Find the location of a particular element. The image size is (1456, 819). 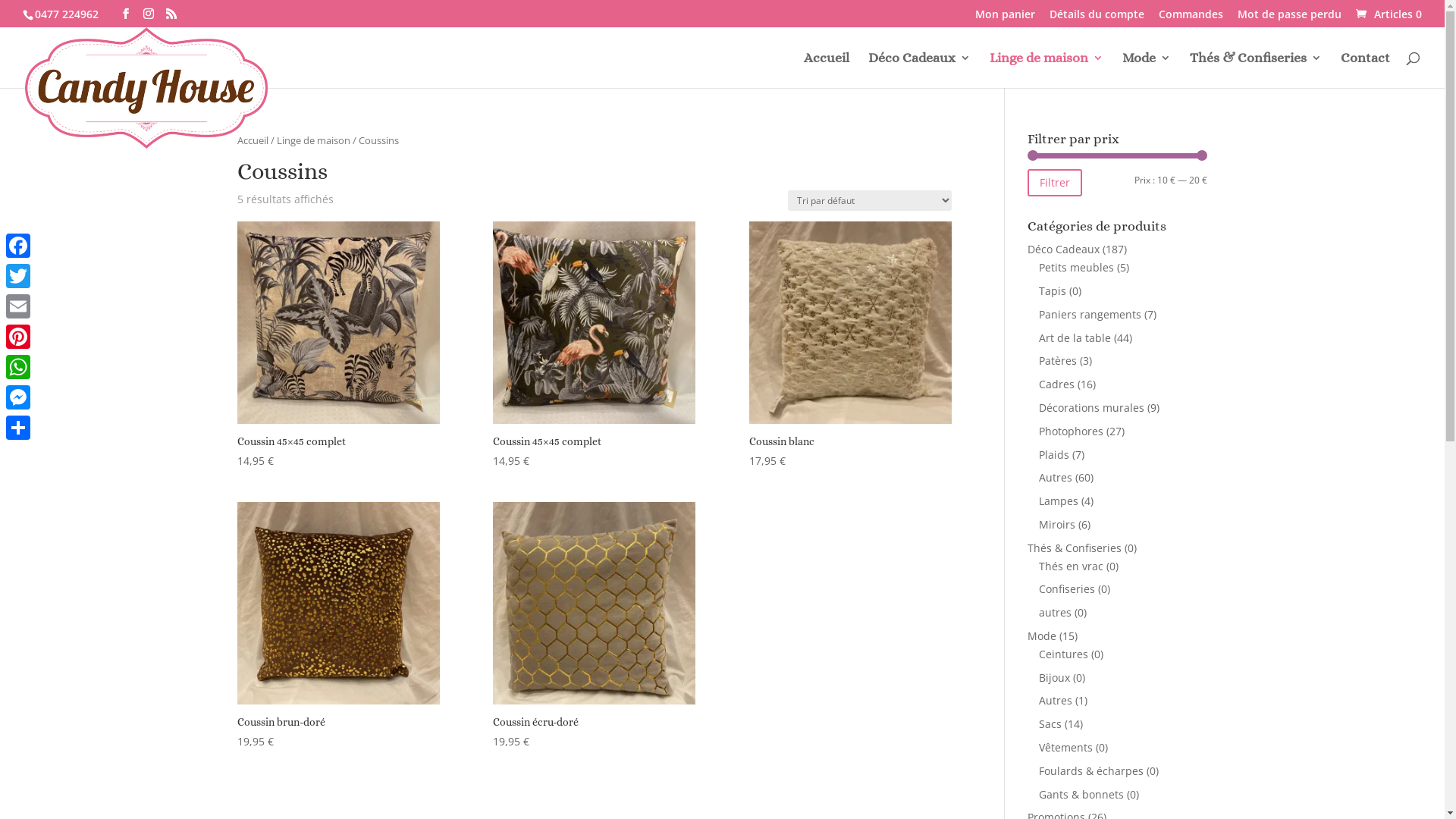

'Messenger' is located at coordinates (18, 397).